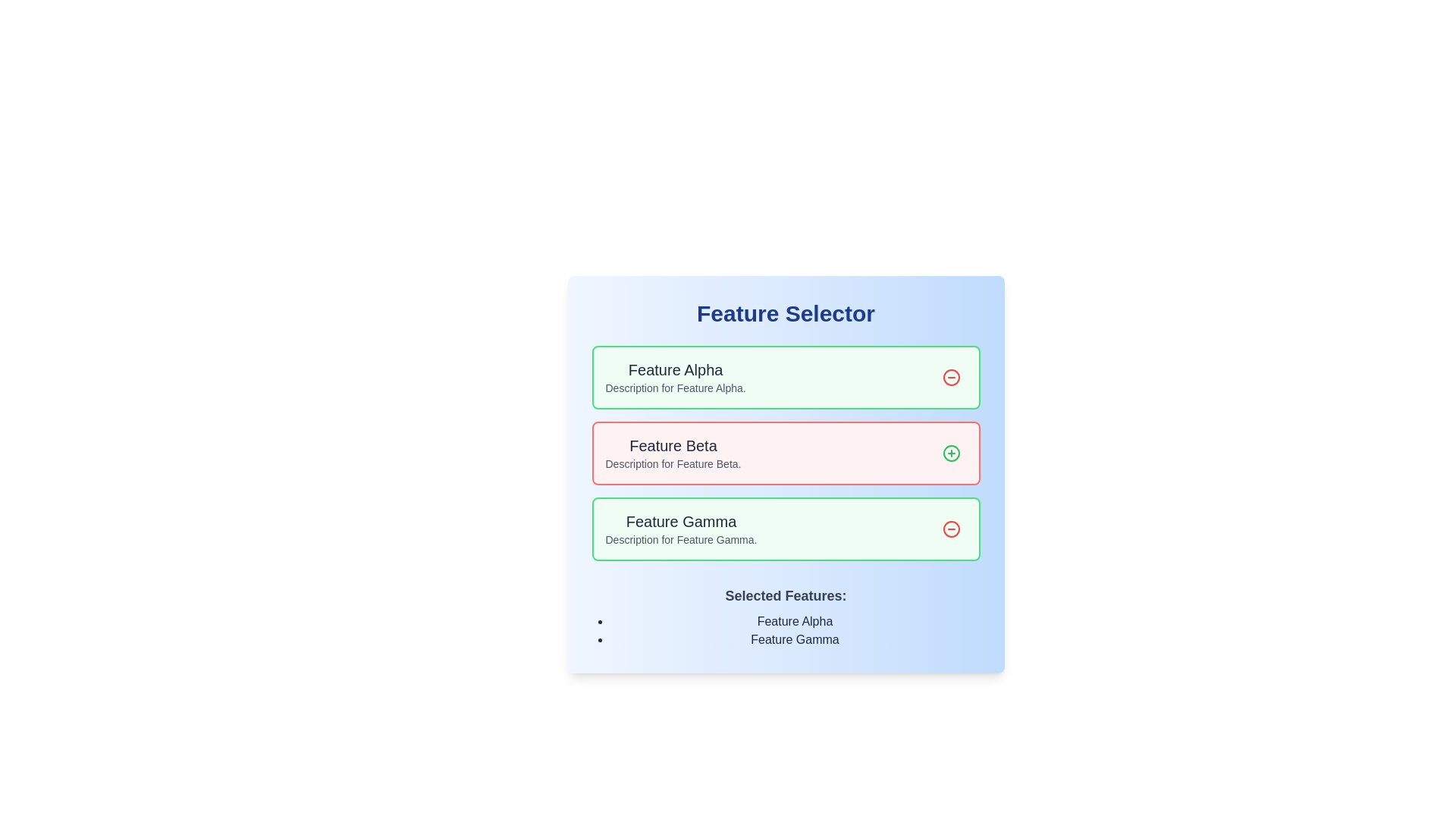 This screenshot has width=1456, height=819. What do you see at coordinates (950, 529) in the screenshot?
I see `the circular icon button with a minus symbol, which has a red border, located on the utmost right side of the 'Feature Alpha' line item` at bounding box center [950, 529].